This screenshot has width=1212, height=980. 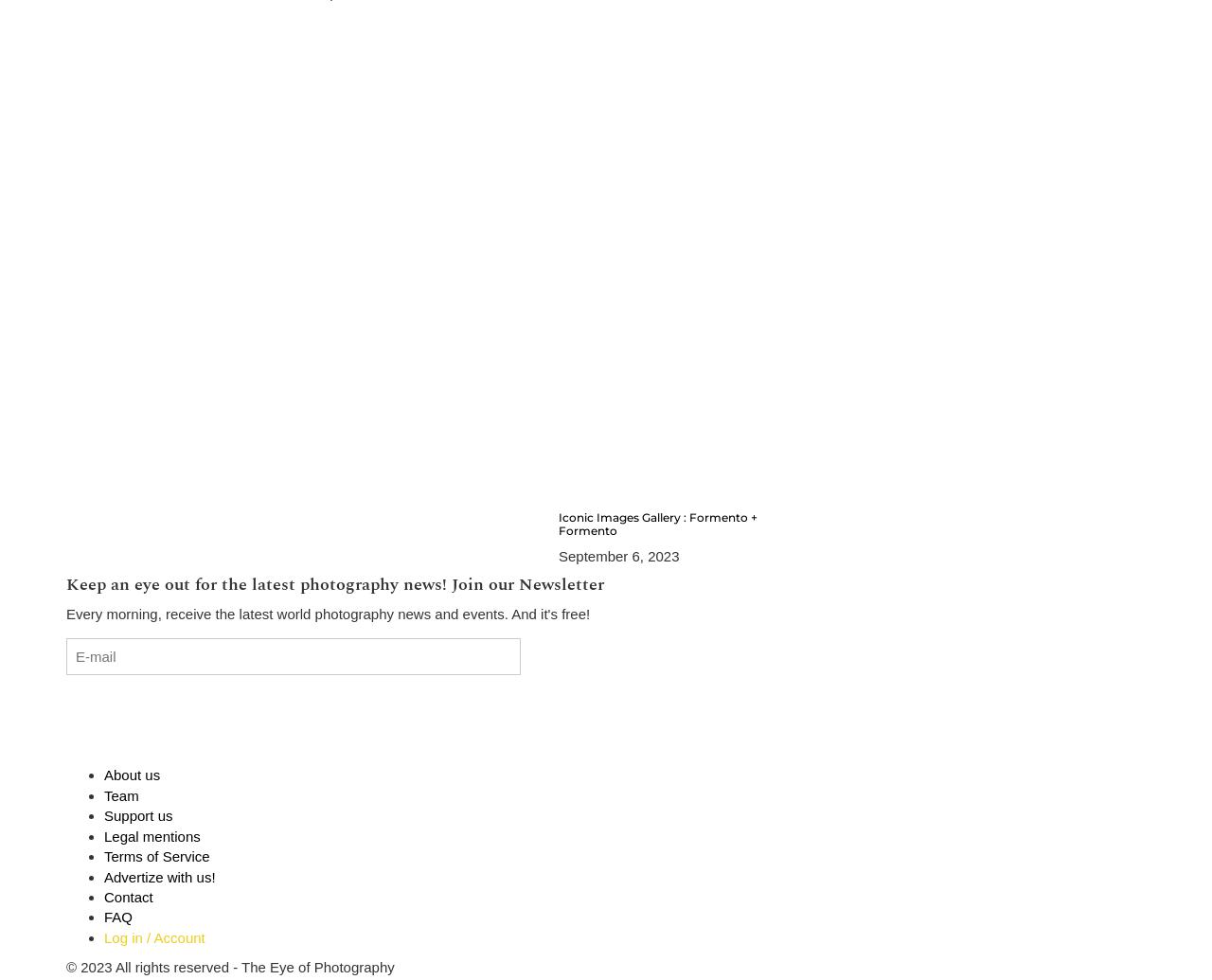 I want to click on 'Iconic Images Gallery : Formento + Formento', so click(x=657, y=523).